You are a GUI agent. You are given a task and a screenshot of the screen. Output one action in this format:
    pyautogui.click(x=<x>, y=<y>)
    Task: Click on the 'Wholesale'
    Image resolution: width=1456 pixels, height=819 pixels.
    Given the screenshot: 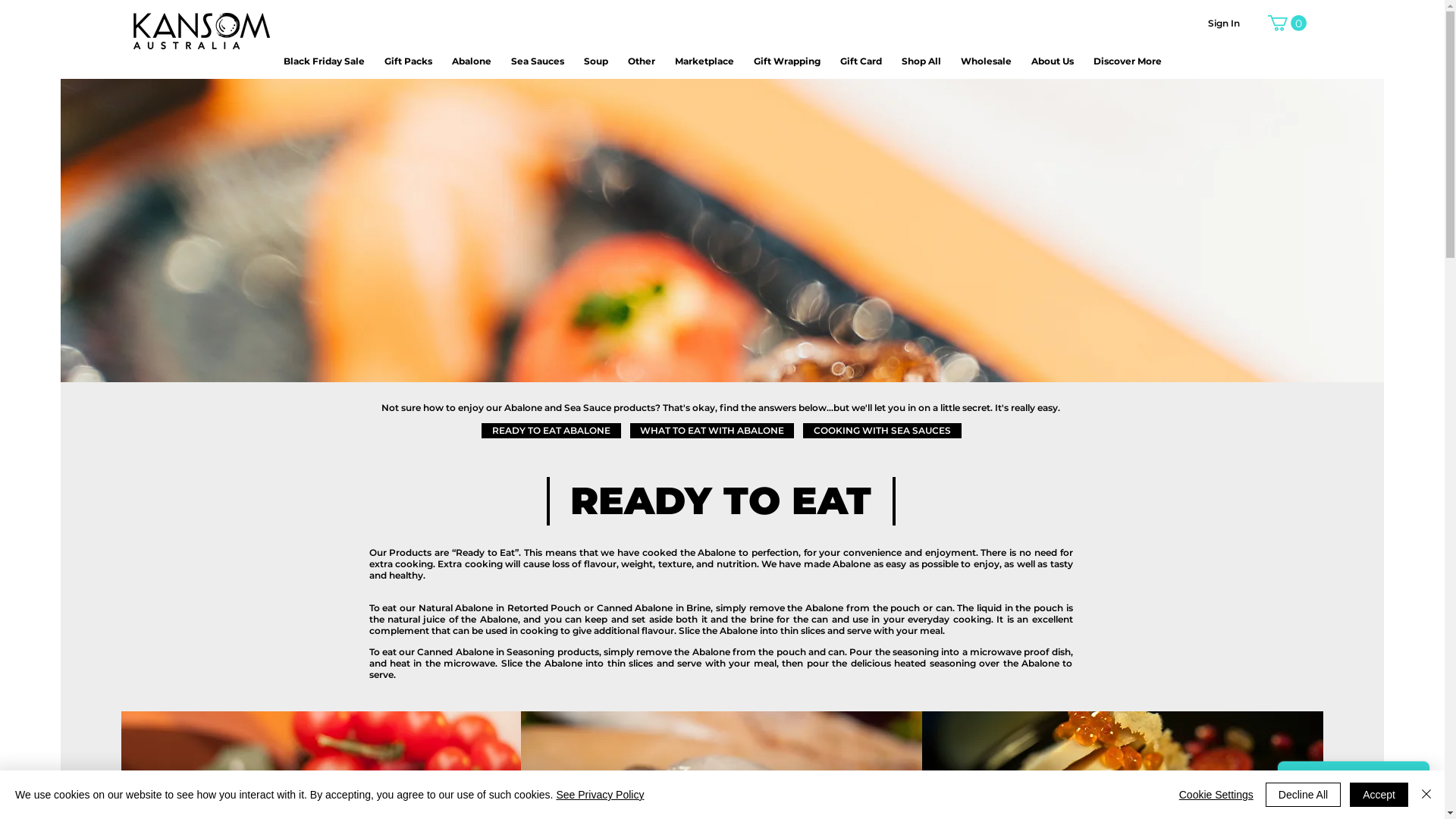 What is the action you would take?
    pyautogui.click(x=985, y=60)
    